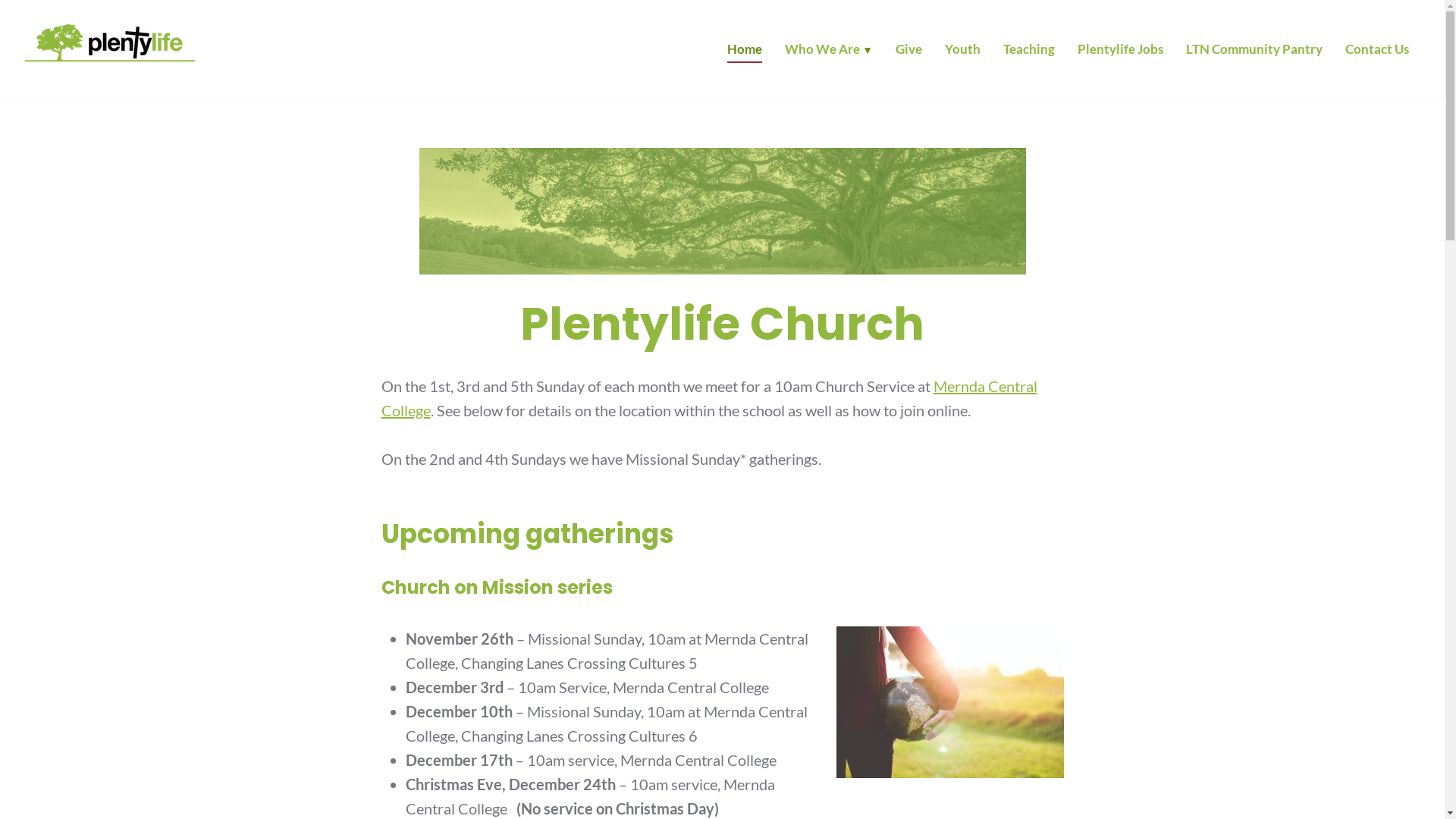 This screenshot has height=819, width=1456. I want to click on 'Give', so click(908, 51).